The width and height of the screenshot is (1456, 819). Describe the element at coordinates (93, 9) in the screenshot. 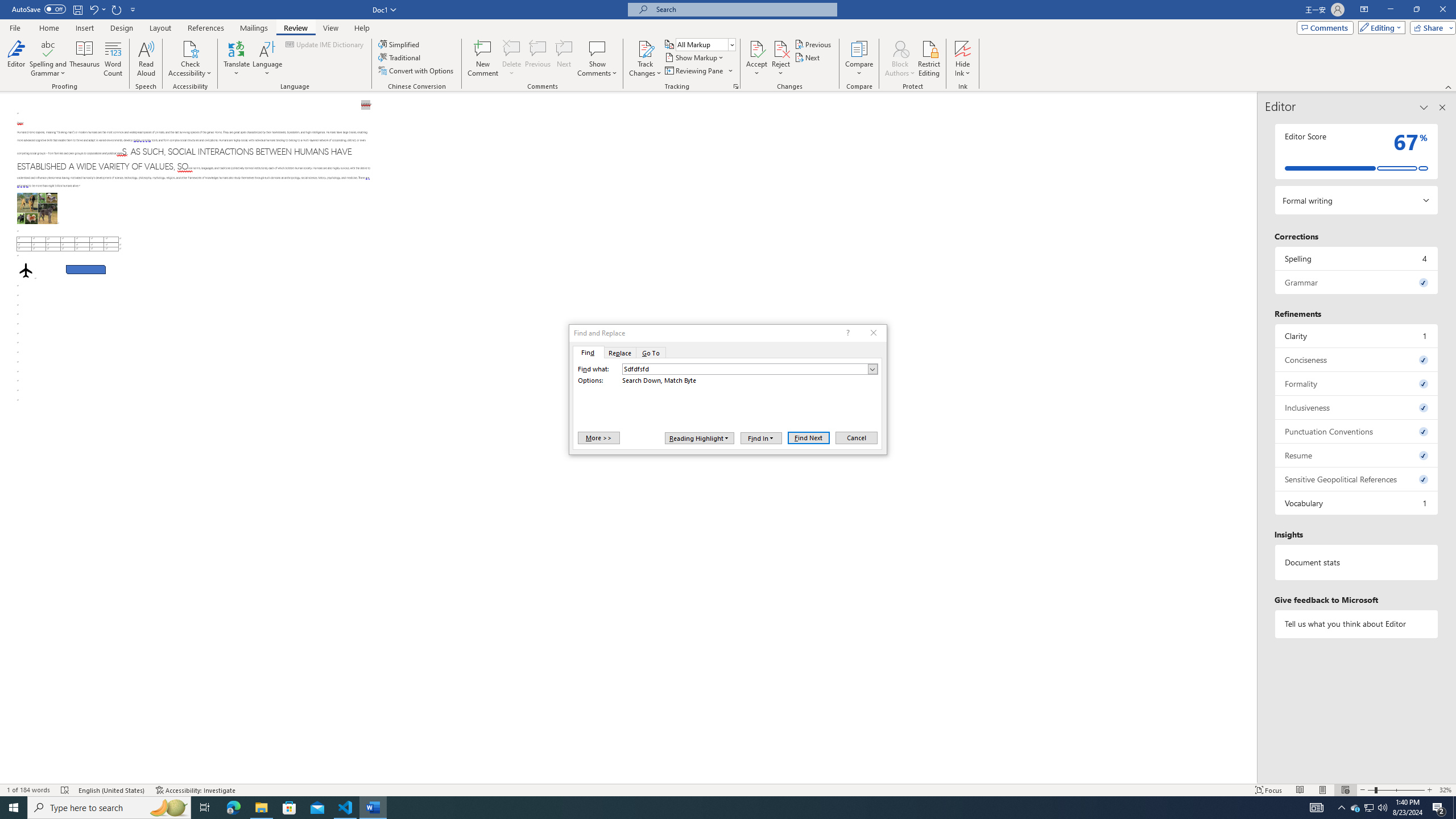

I see `'Undo Paragraph Alignment'` at that location.